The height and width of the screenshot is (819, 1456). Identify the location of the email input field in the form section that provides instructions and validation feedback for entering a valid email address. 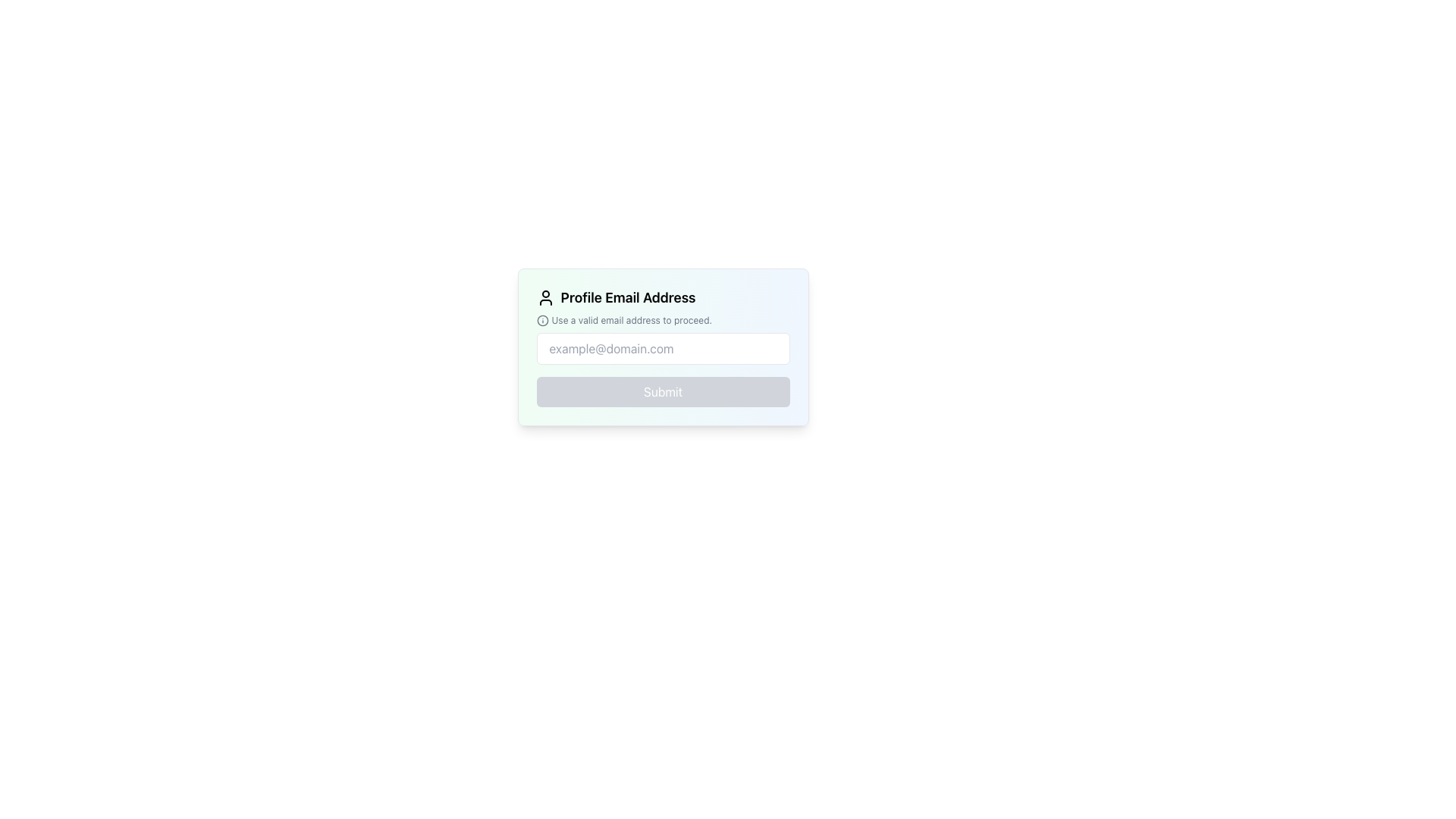
(663, 347).